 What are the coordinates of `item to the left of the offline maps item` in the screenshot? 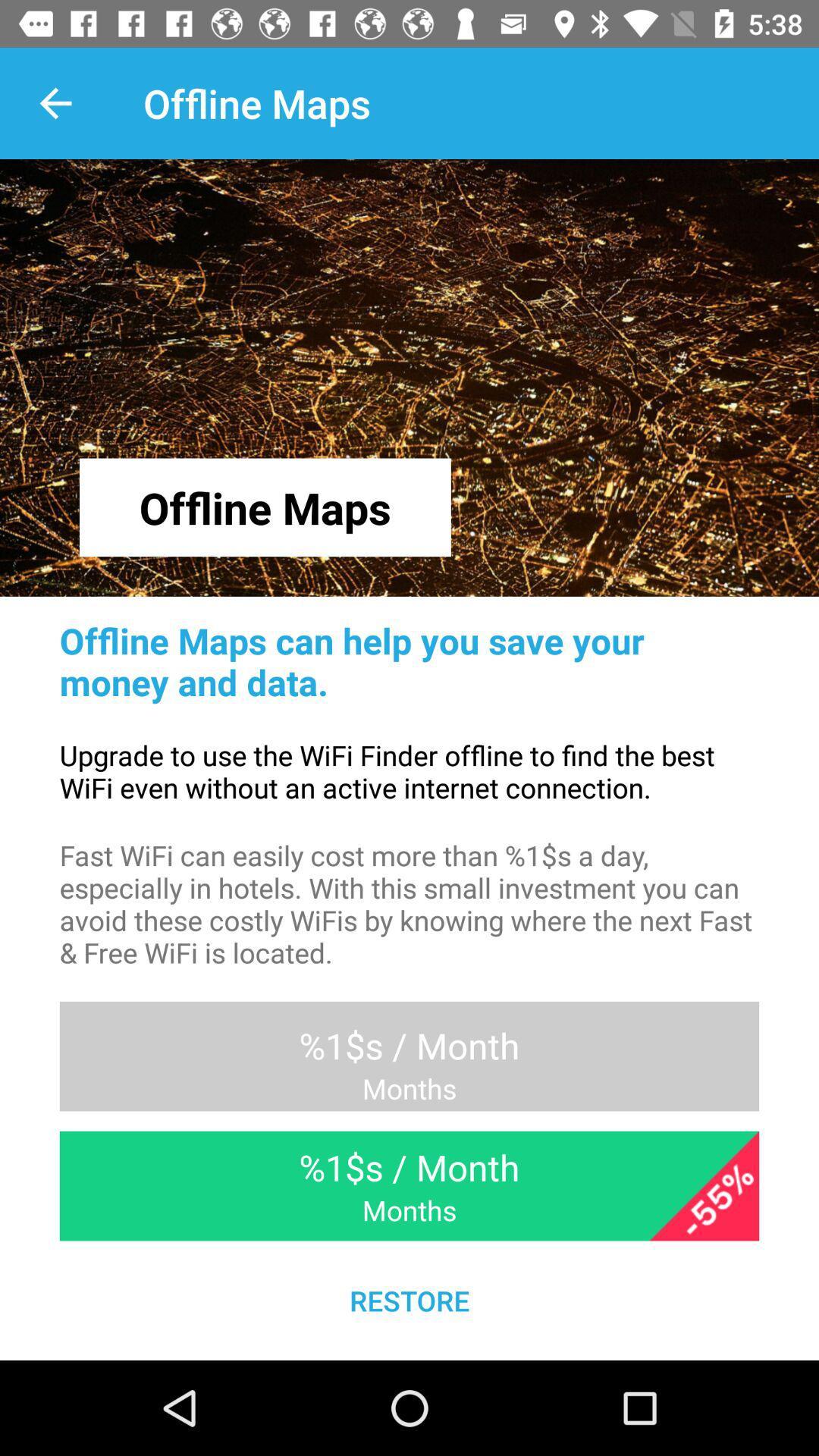 It's located at (55, 102).